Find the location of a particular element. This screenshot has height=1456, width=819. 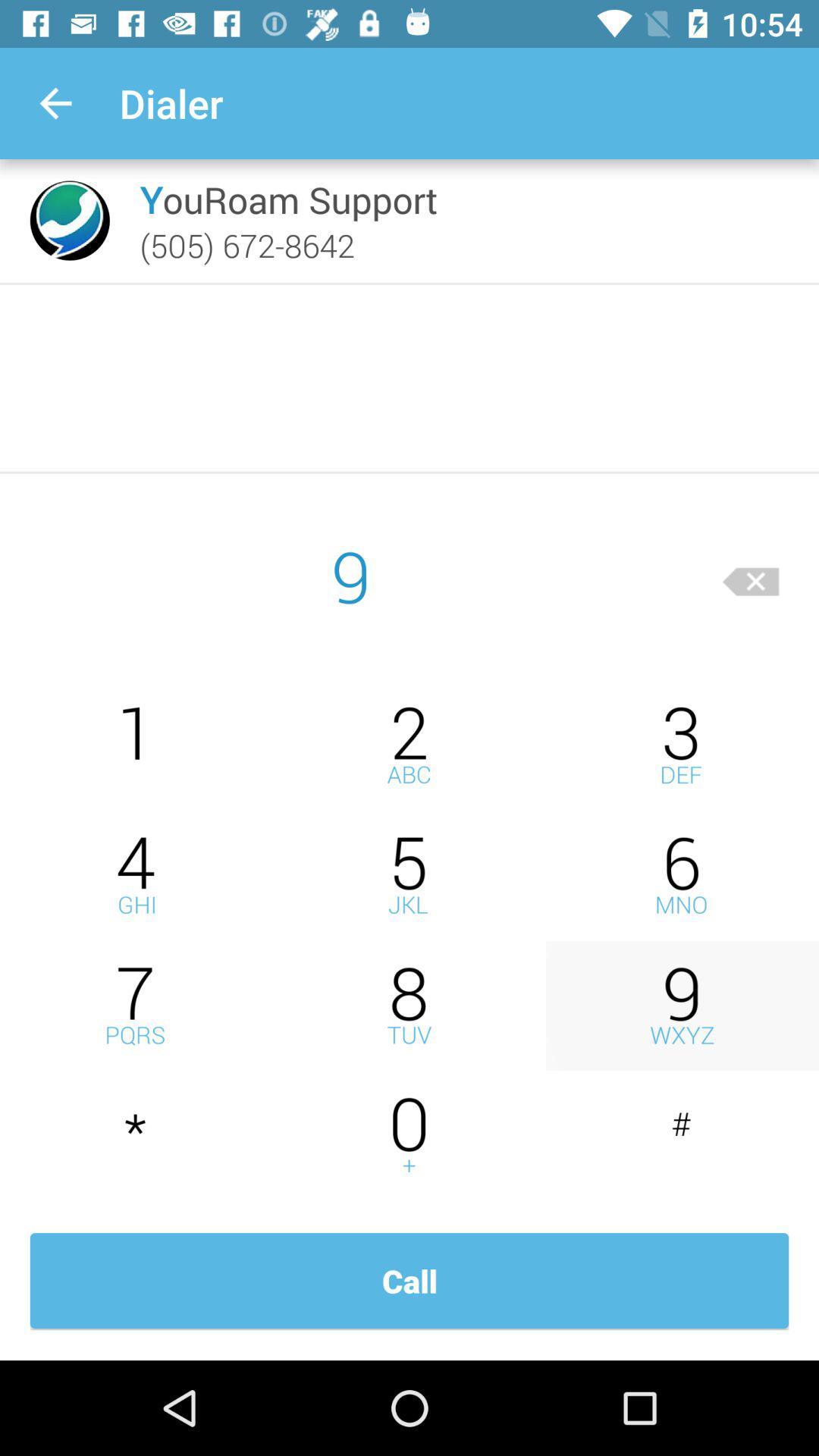

the swap icon is located at coordinates (409, 1136).